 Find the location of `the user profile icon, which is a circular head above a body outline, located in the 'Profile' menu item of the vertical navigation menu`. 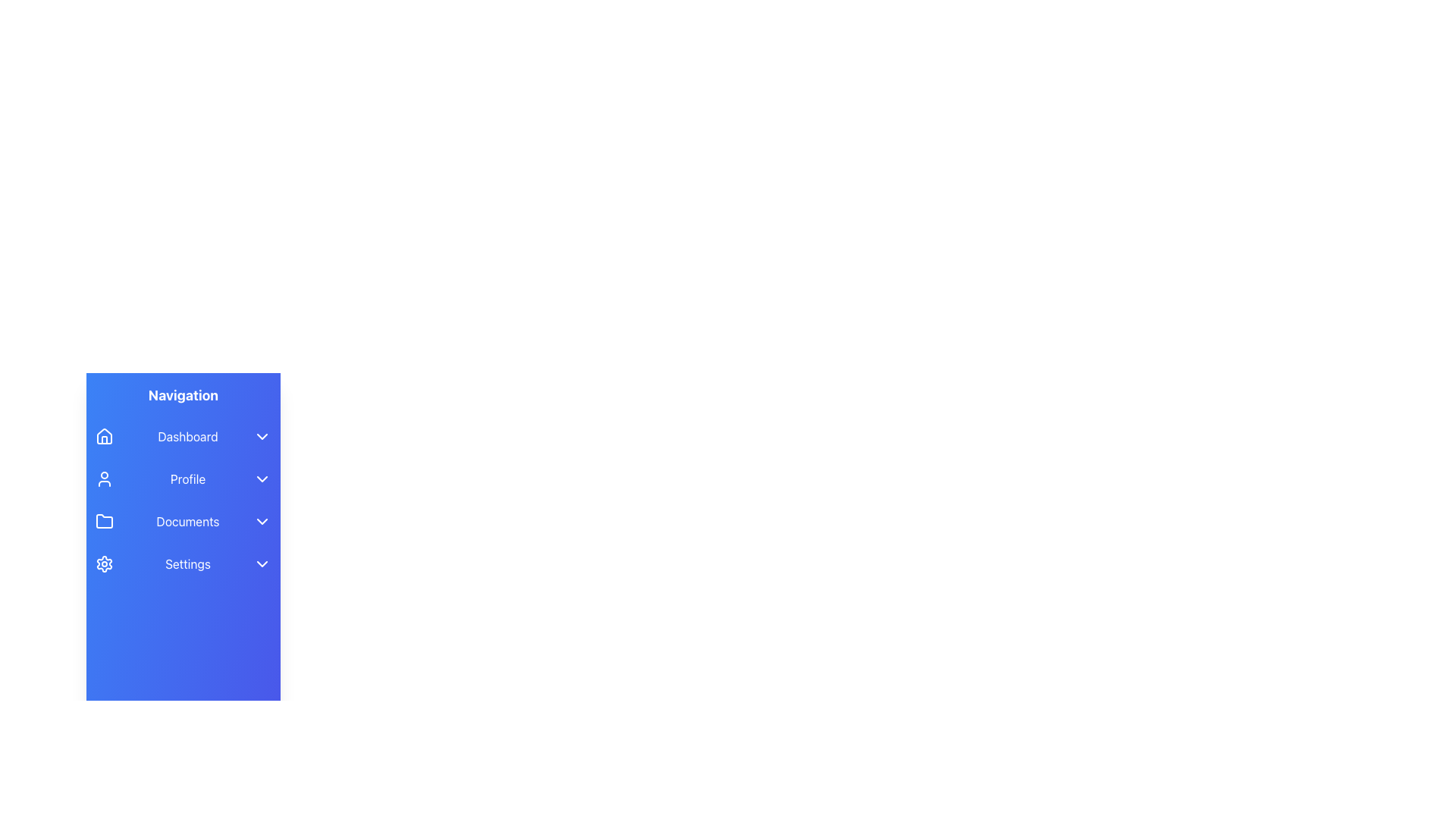

the user profile icon, which is a circular head above a body outline, located in the 'Profile' menu item of the vertical navigation menu is located at coordinates (104, 479).